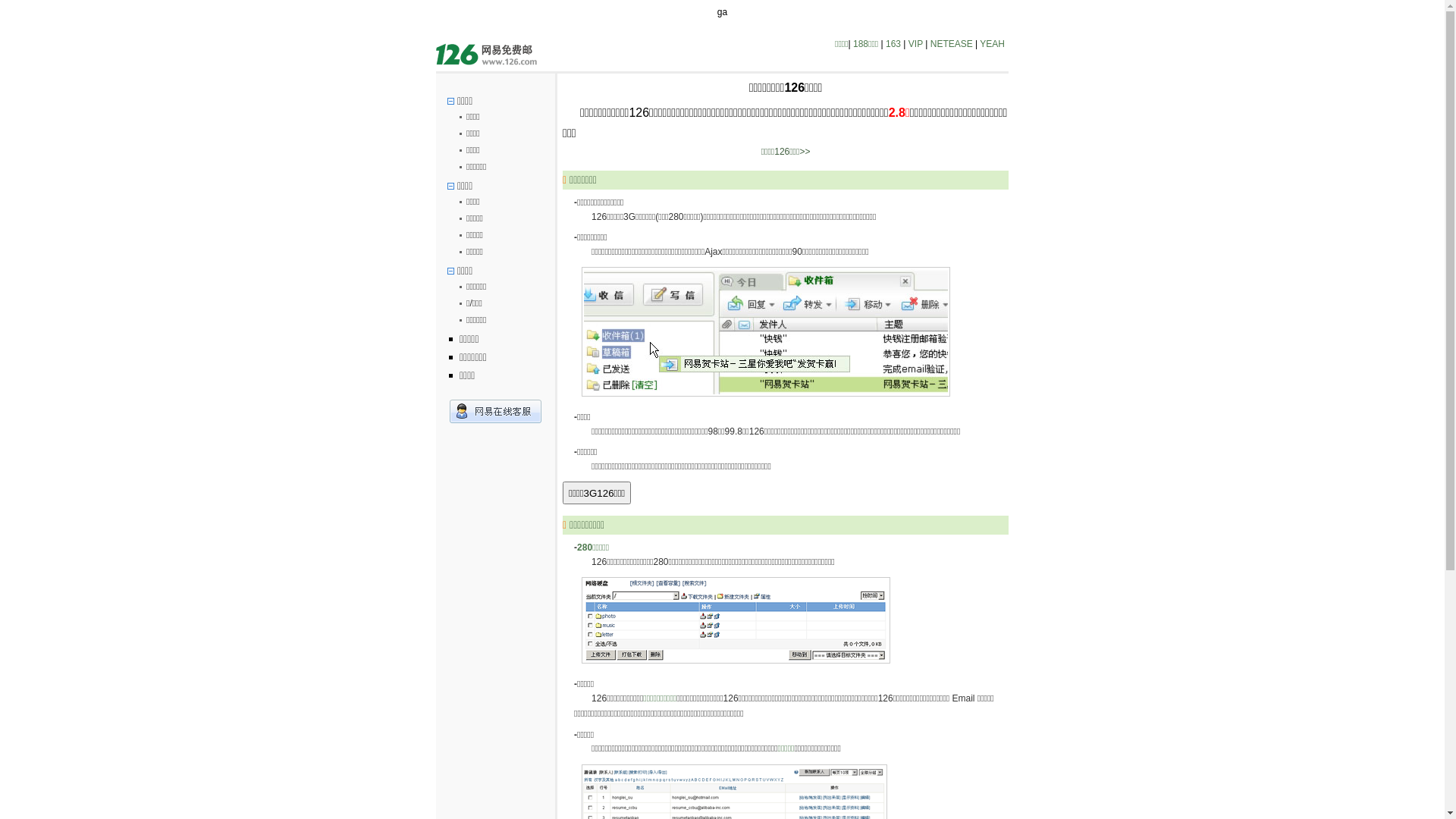 The image size is (1456, 819). What do you see at coordinates (950, 42) in the screenshot?
I see `'NETEASE'` at bounding box center [950, 42].